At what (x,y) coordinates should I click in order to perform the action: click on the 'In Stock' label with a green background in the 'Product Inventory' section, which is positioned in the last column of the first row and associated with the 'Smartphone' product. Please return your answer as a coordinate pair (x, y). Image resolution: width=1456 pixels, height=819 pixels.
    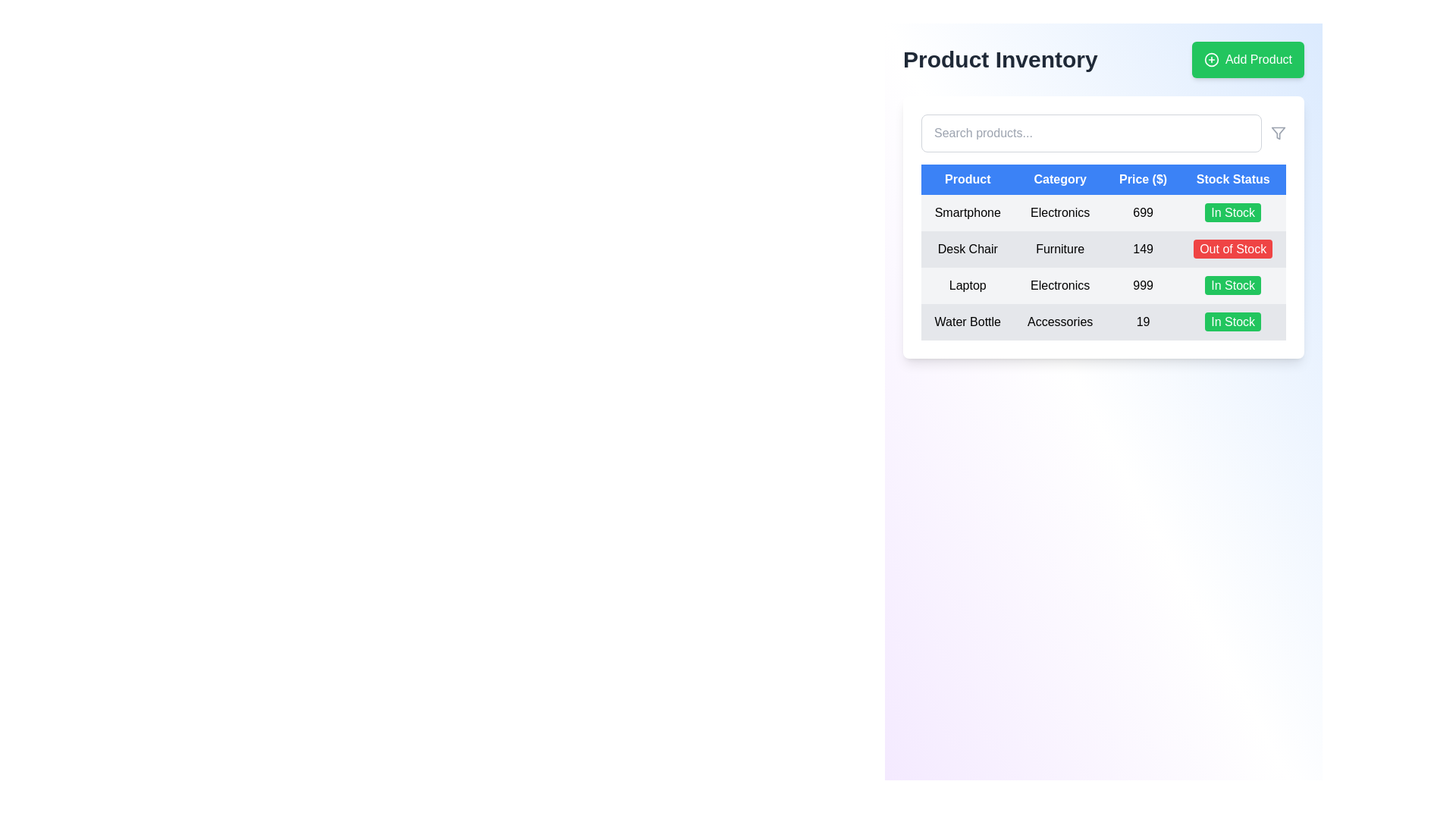
    Looking at the image, I should click on (1233, 213).